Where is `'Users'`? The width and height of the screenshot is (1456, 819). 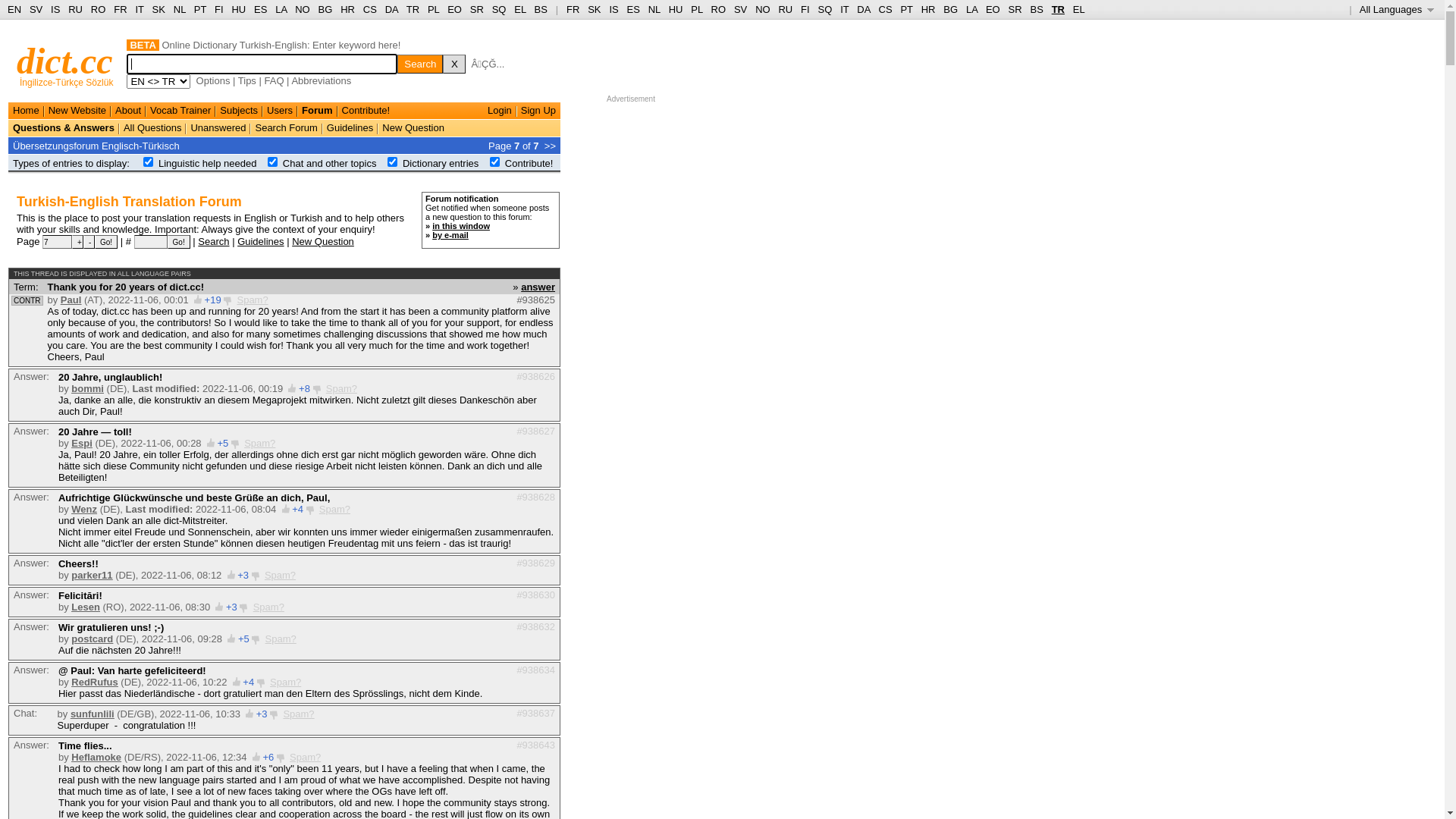 'Users' is located at coordinates (280, 109).